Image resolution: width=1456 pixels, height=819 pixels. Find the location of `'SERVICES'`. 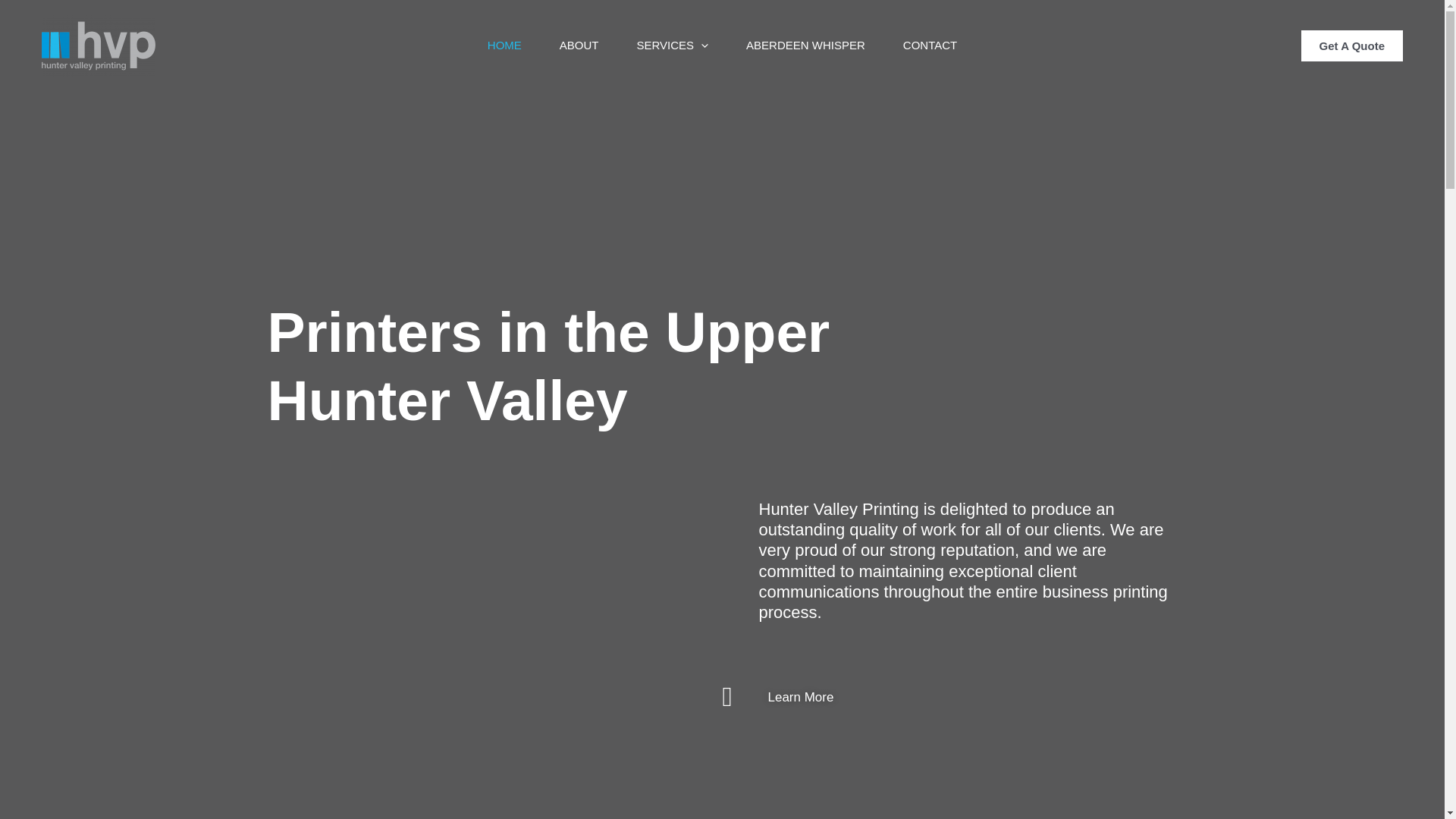

'SERVICES' is located at coordinates (671, 45).